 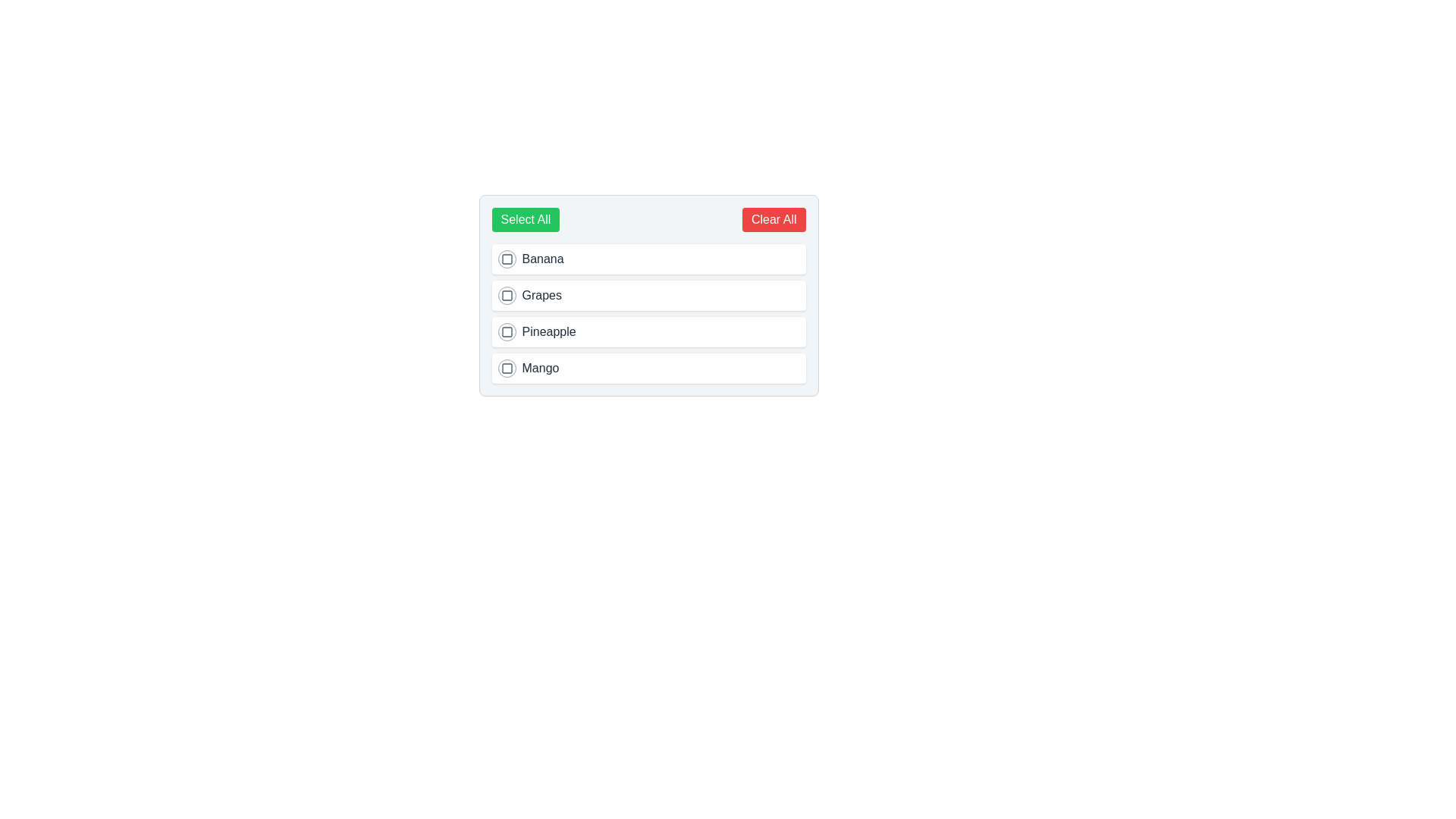 What do you see at coordinates (548, 331) in the screenshot?
I see `the Text Label displaying 'Pineapple'` at bounding box center [548, 331].